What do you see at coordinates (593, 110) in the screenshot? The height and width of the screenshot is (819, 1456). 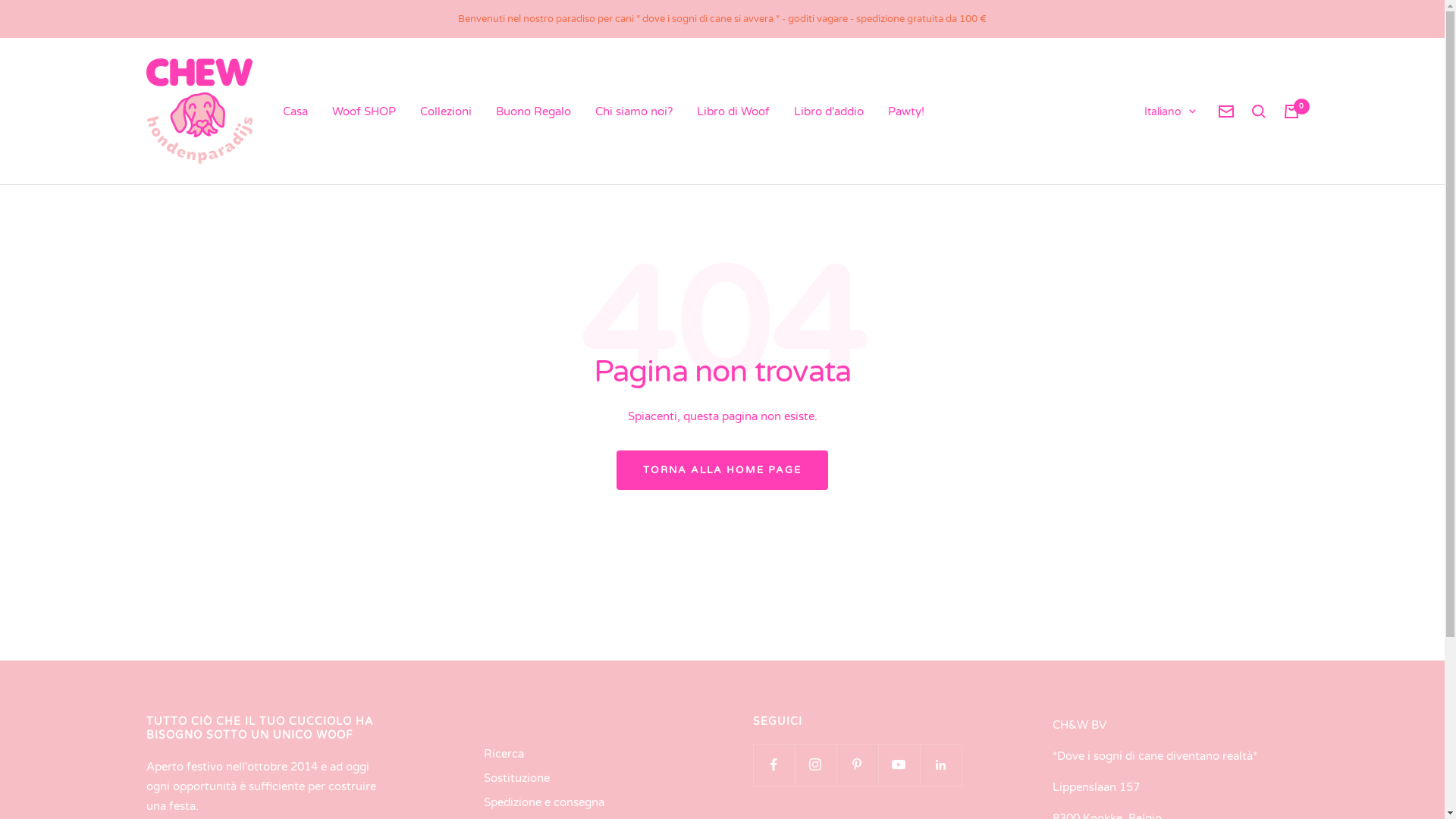 I see `'Chi siamo noi?'` at bounding box center [593, 110].